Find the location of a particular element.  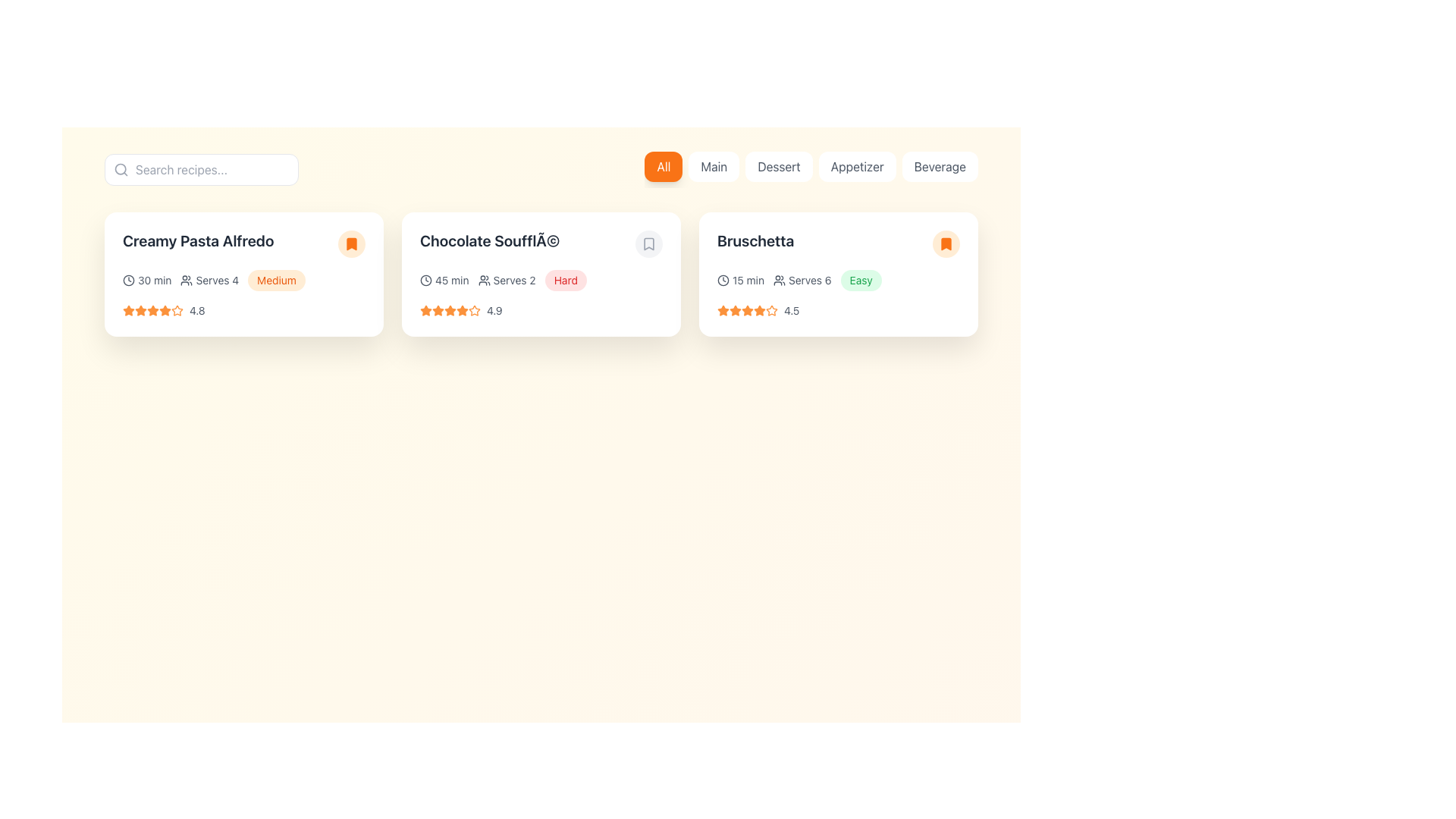

the static text displaying 'Serves 6' next to the user icon in the center-right section of the 'Bruschetta' card is located at coordinates (802, 281).